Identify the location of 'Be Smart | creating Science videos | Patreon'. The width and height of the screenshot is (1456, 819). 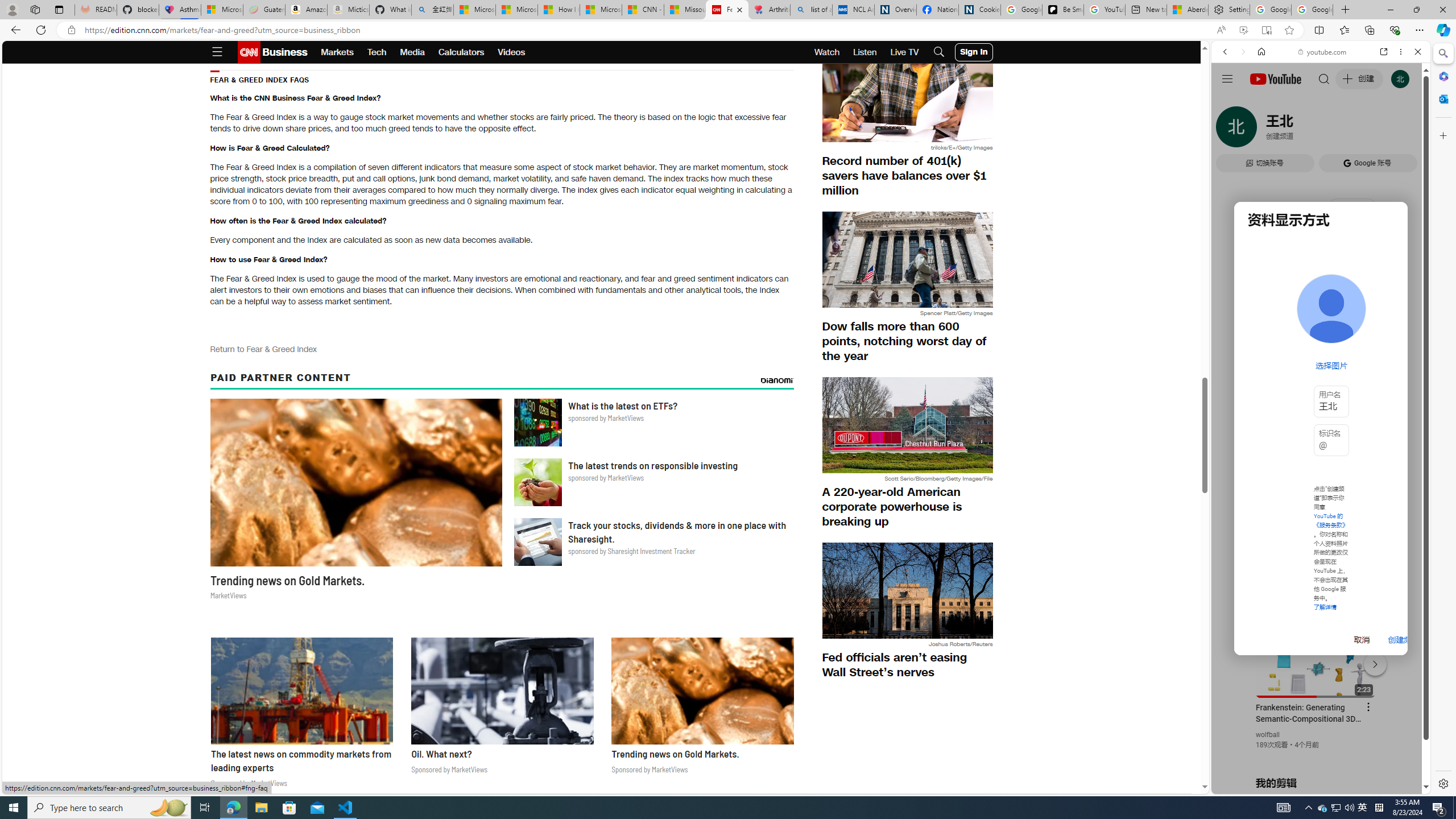
(1062, 9).